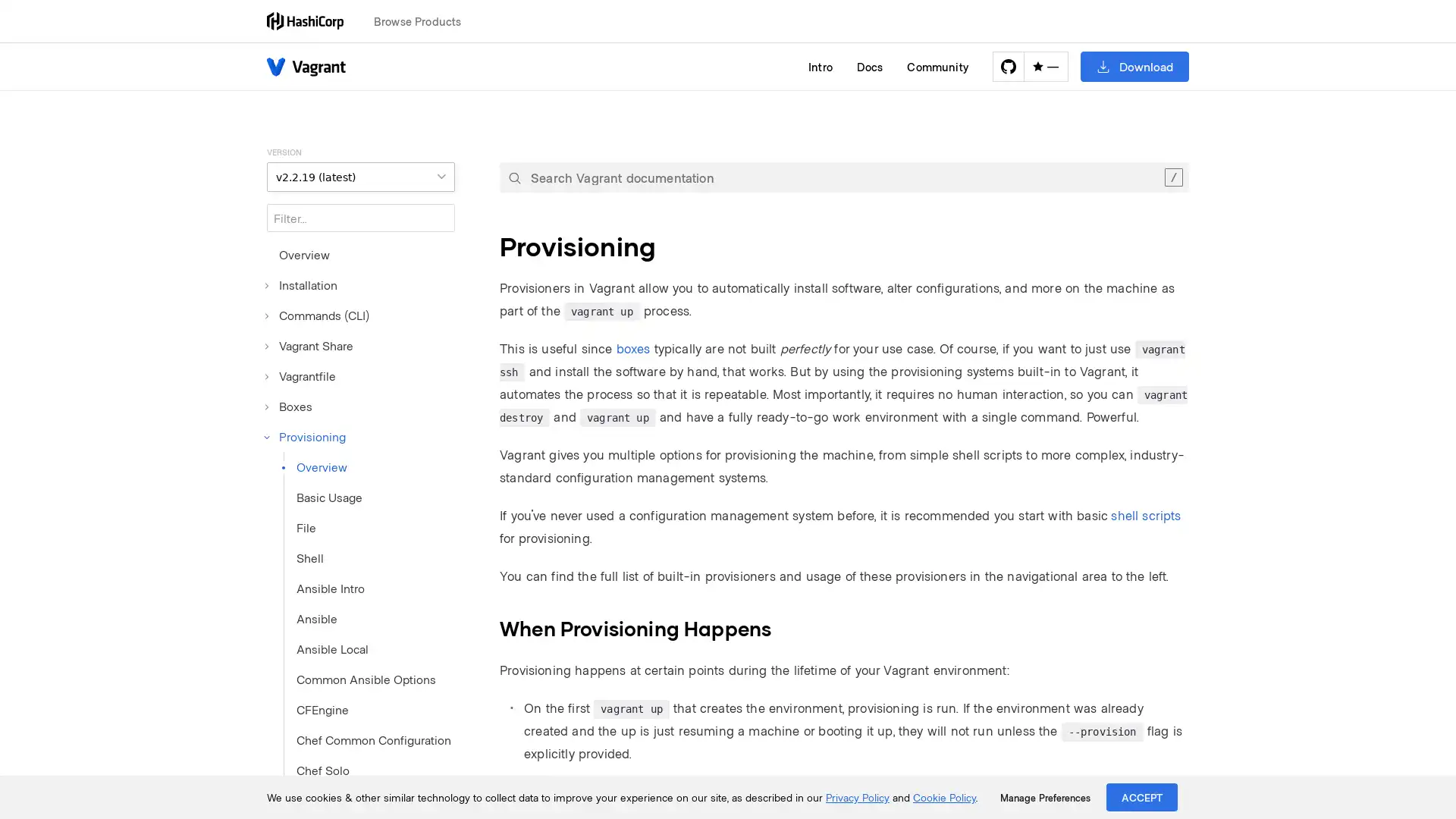 The width and height of the screenshot is (1456, 819). What do you see at coordinates (317, 315) in the screenshot?
I see `Commands (CLI)` at bounding box center [317, 315].